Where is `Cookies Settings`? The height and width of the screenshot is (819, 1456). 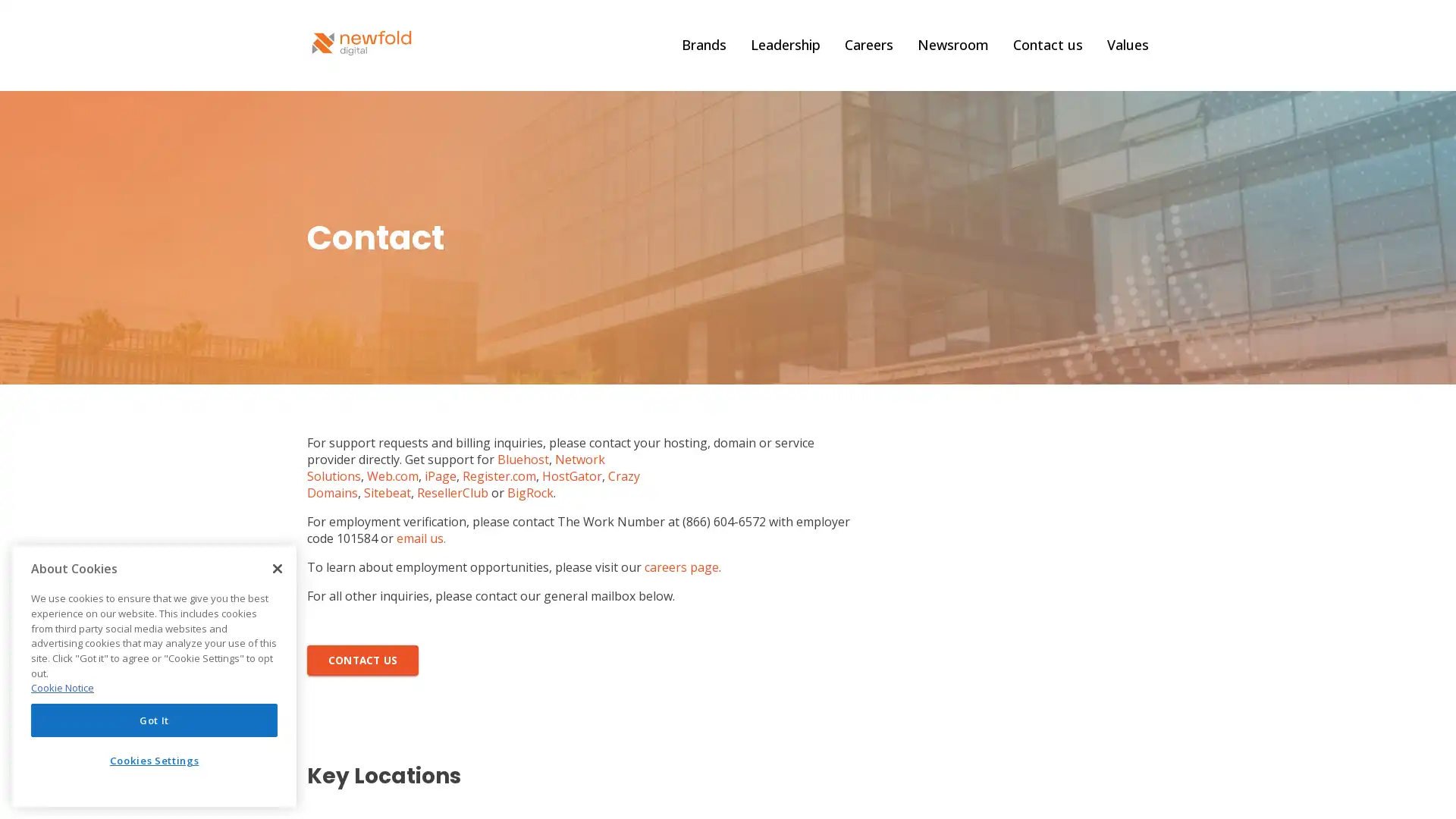
Cookies Settings is located at coordinates (154, 760).